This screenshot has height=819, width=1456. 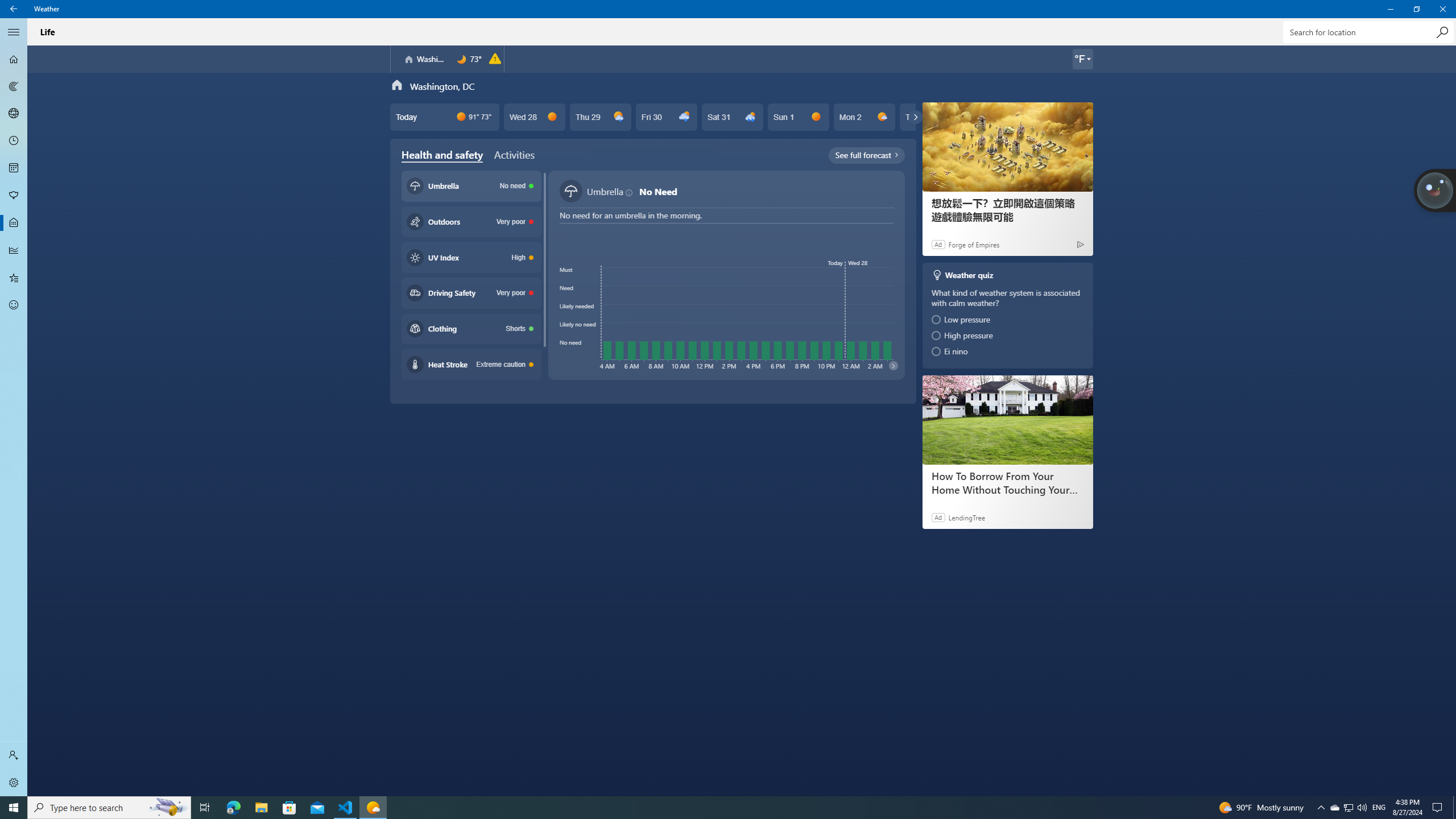 I want to click on 'Settings', so click(x=14, y=781).